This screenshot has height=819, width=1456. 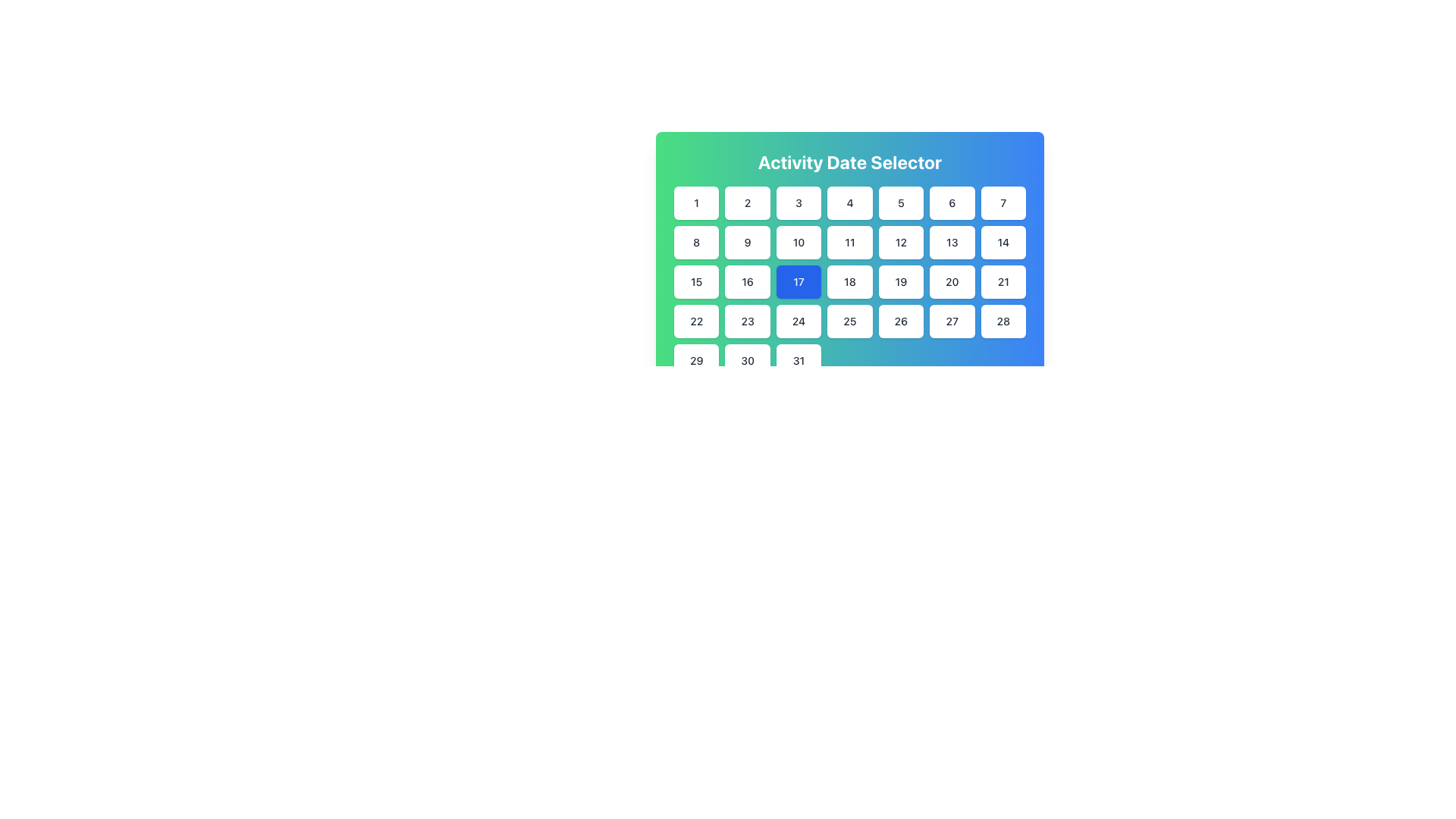 I want to click on the date '1' button located, so click(x=695, y=202).